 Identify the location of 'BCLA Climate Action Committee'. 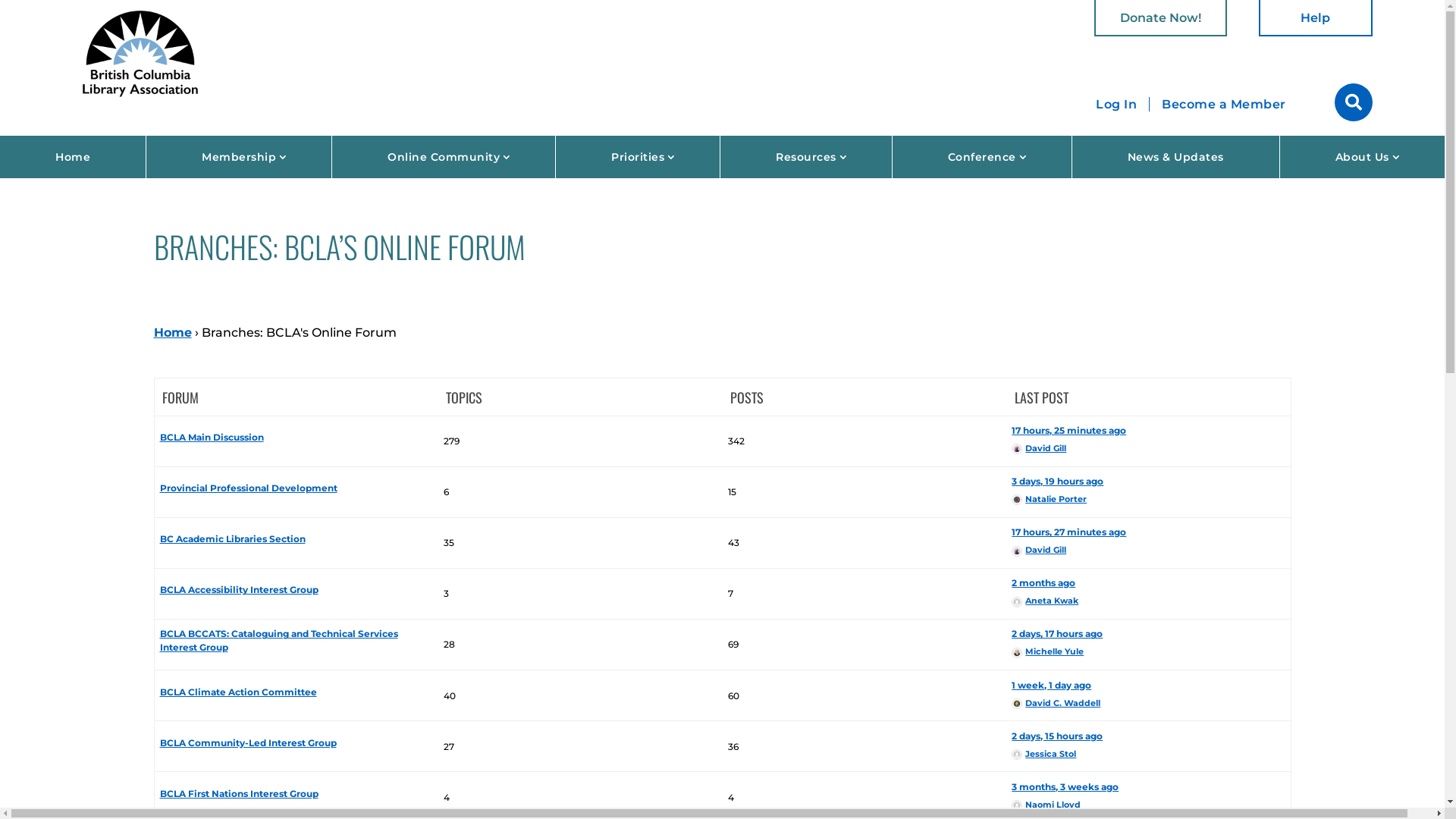
(237, 692).